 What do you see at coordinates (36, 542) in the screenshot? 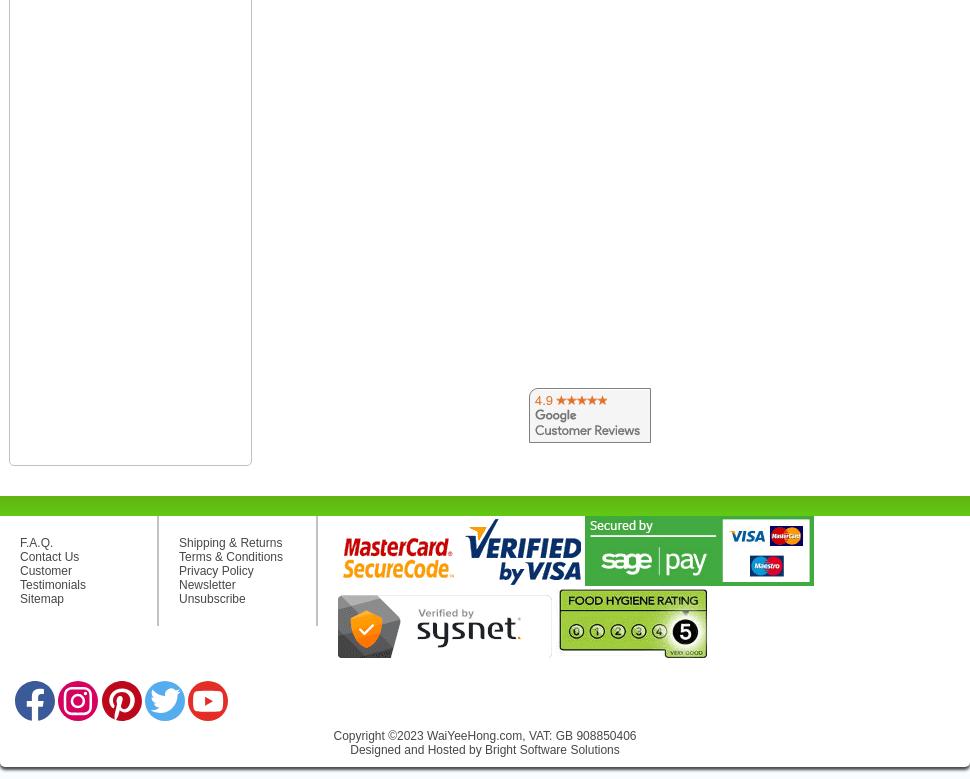
I see `'F.A.Q.'` at bounding box center [36, 542].